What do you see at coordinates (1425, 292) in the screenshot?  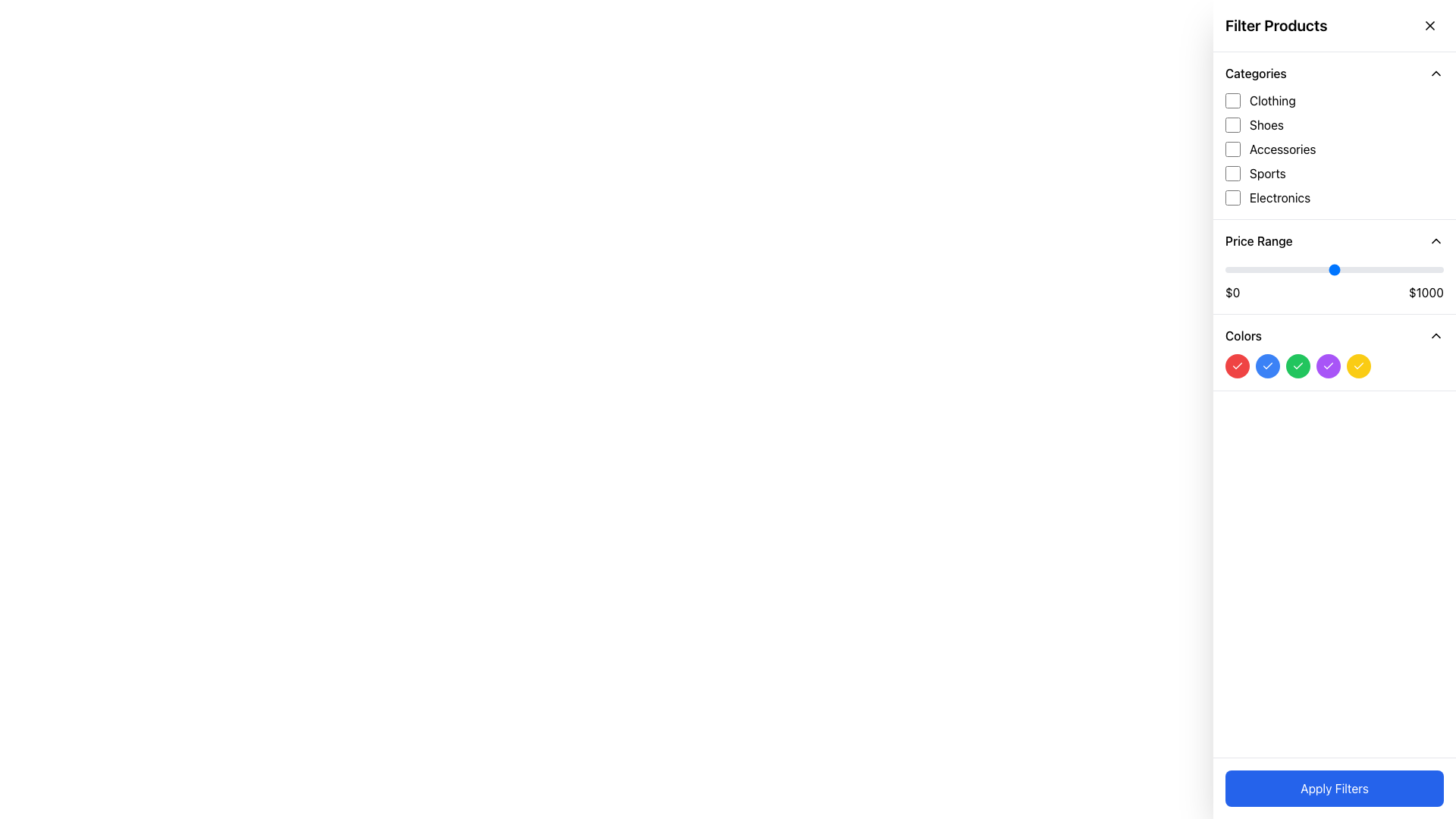 I see `the static label displaying the monetary amount '$1000', which is styled in black text on a white background and is aligned to the right of the 'Price Range' slider` at bounding box center [1425, 292].